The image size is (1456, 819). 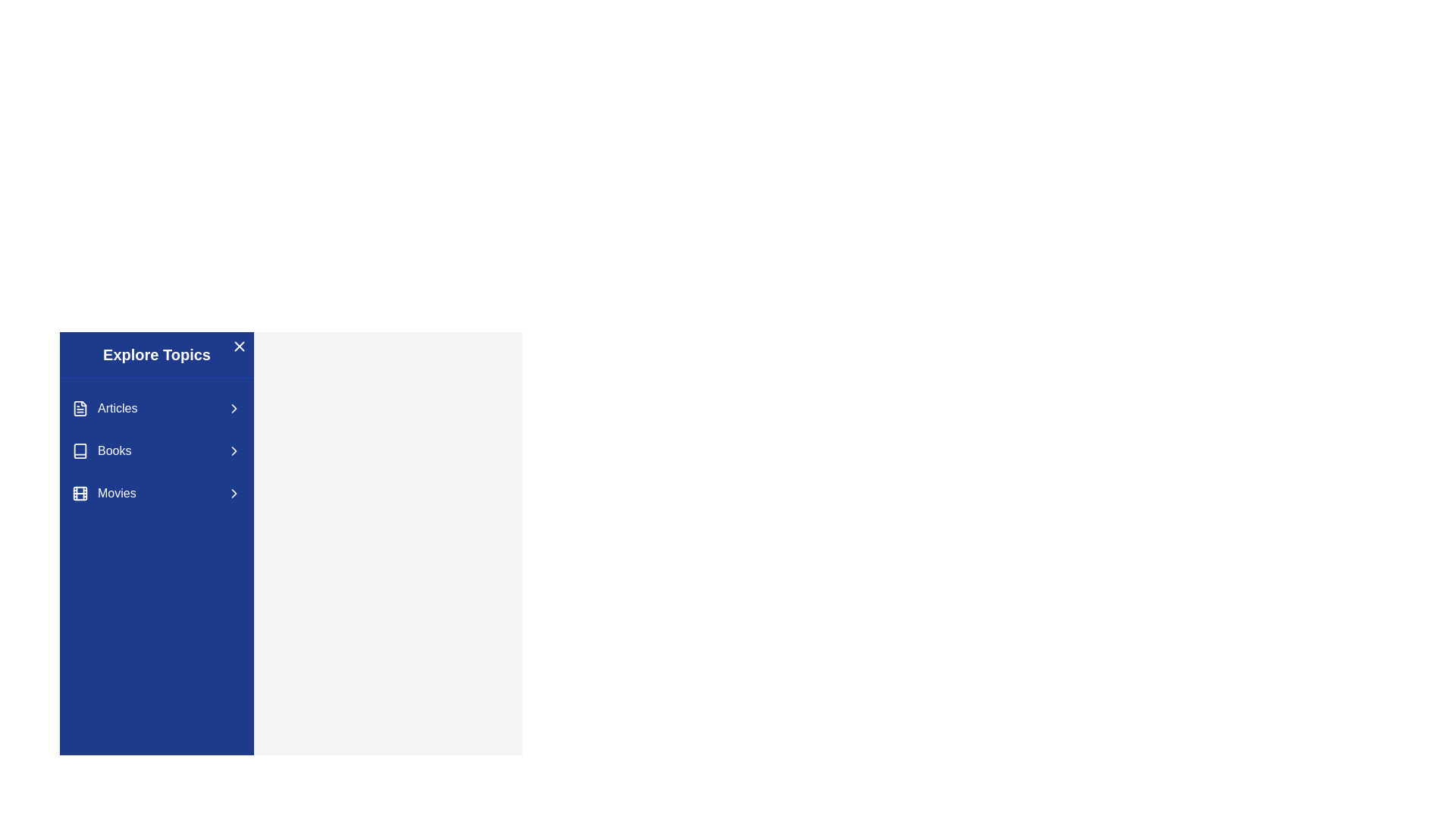 I want to click on the 'chevron-right' icon in the navigation menu, so click(x=233, y=494).